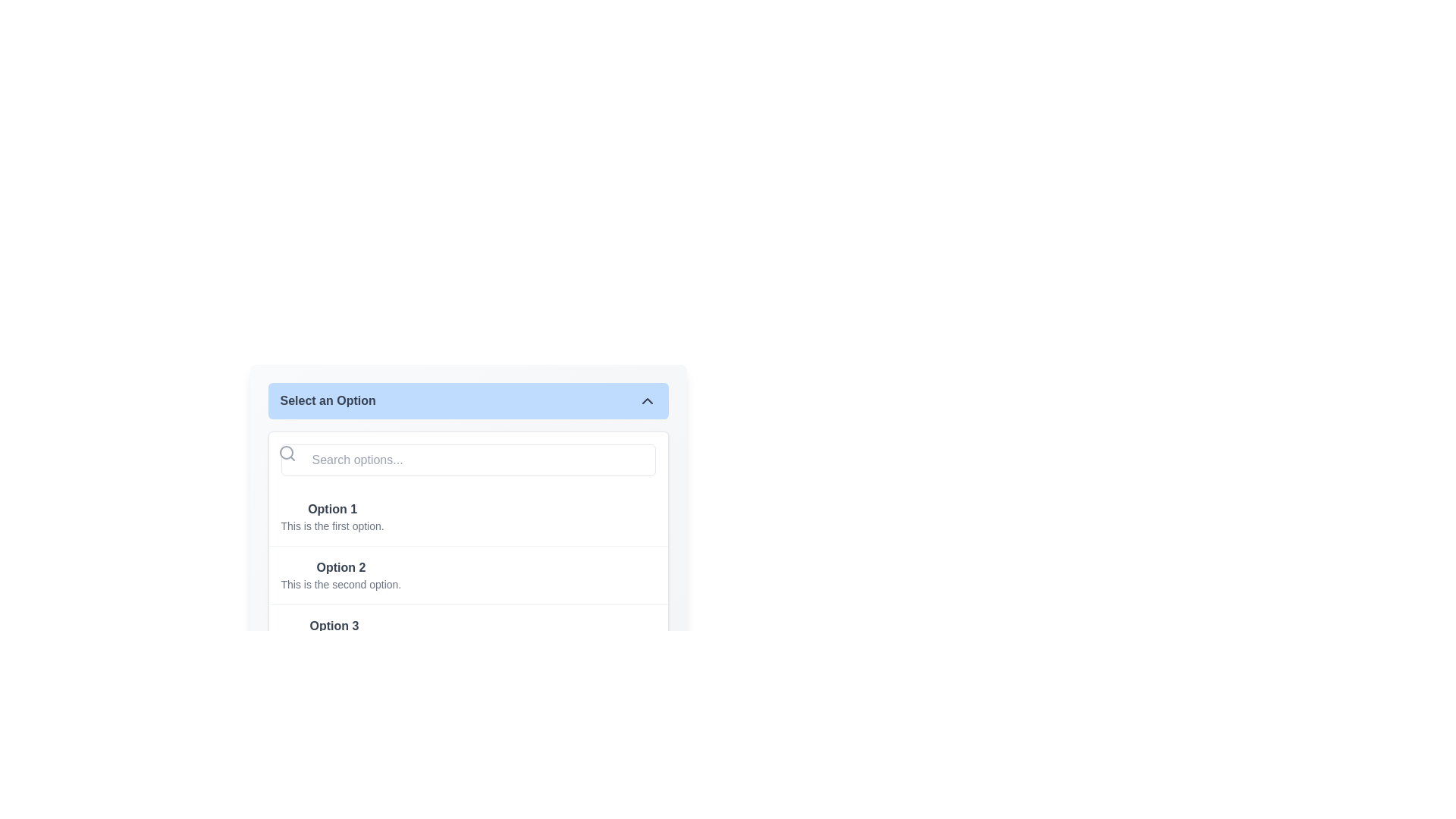 Image resolution: width=1456 pixels, height=819 pixels. I want to click on the text label that serves as the title or identifier for a selectable option within a dropdown or list interface, positioned directly above the description stating 'This is the first option', so click(331, 509).